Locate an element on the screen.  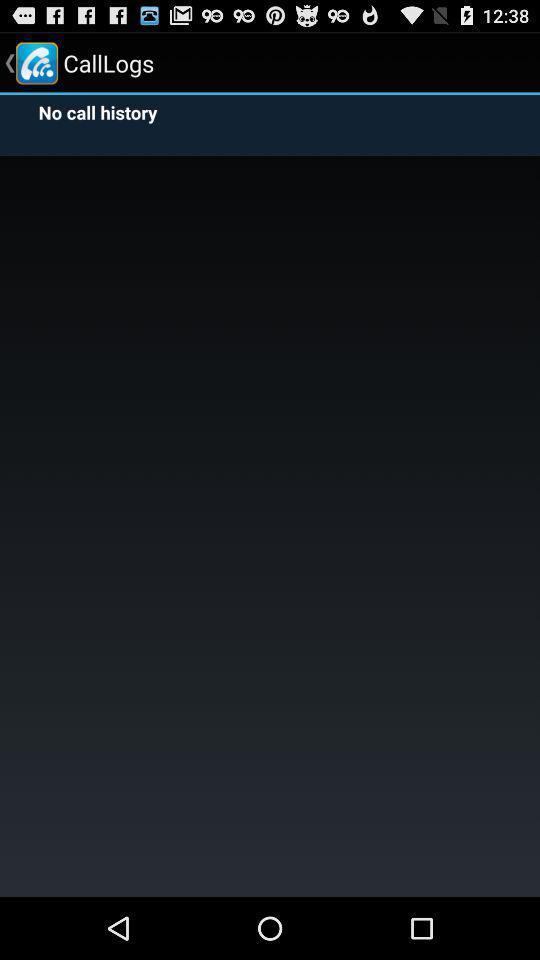
no call history item is located at coordinates (92, 112).